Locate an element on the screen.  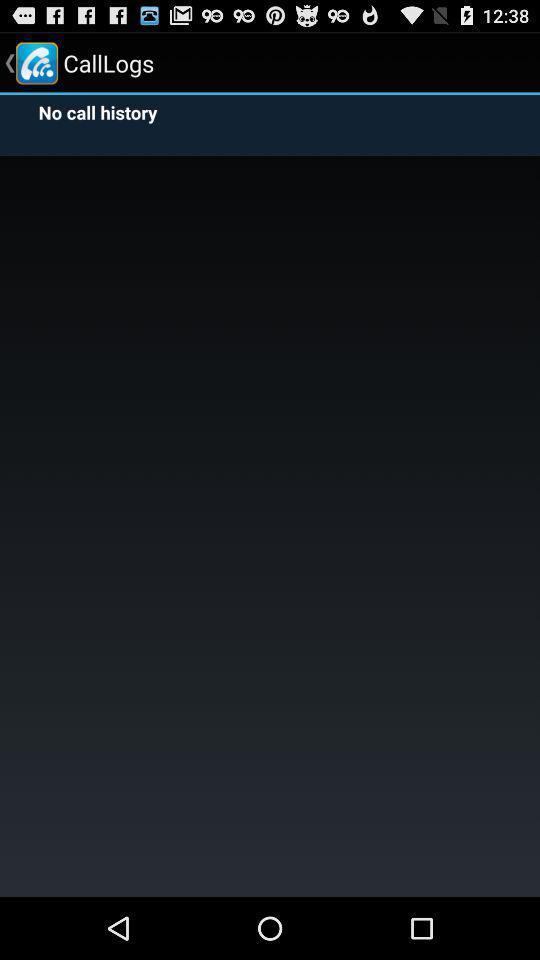
no call history item is located at coordinates (92, 112).